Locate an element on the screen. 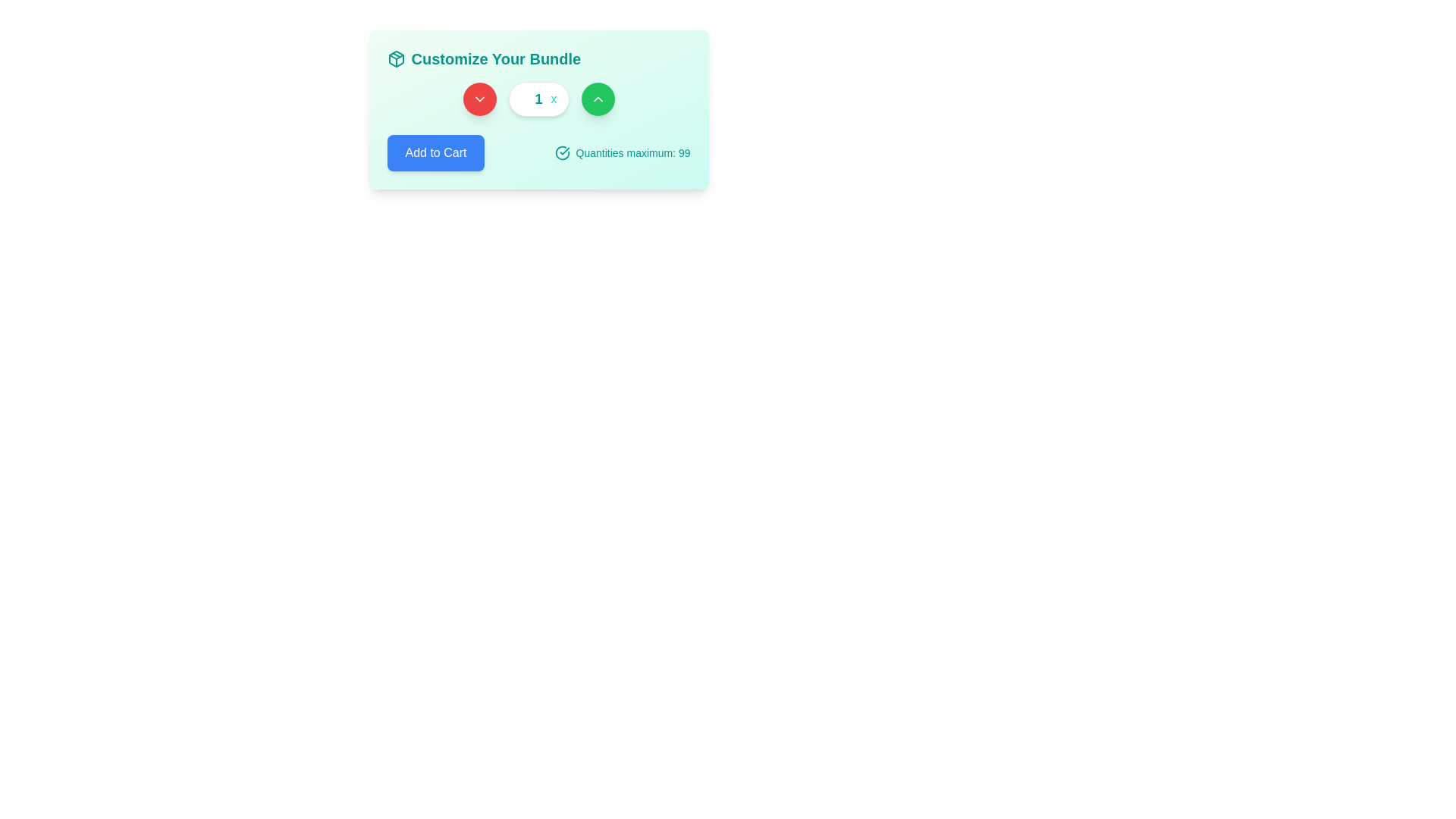  the vivid green circular button with a white upward-pointing chevron icon for accessibility is located at coordinates (597, 99).